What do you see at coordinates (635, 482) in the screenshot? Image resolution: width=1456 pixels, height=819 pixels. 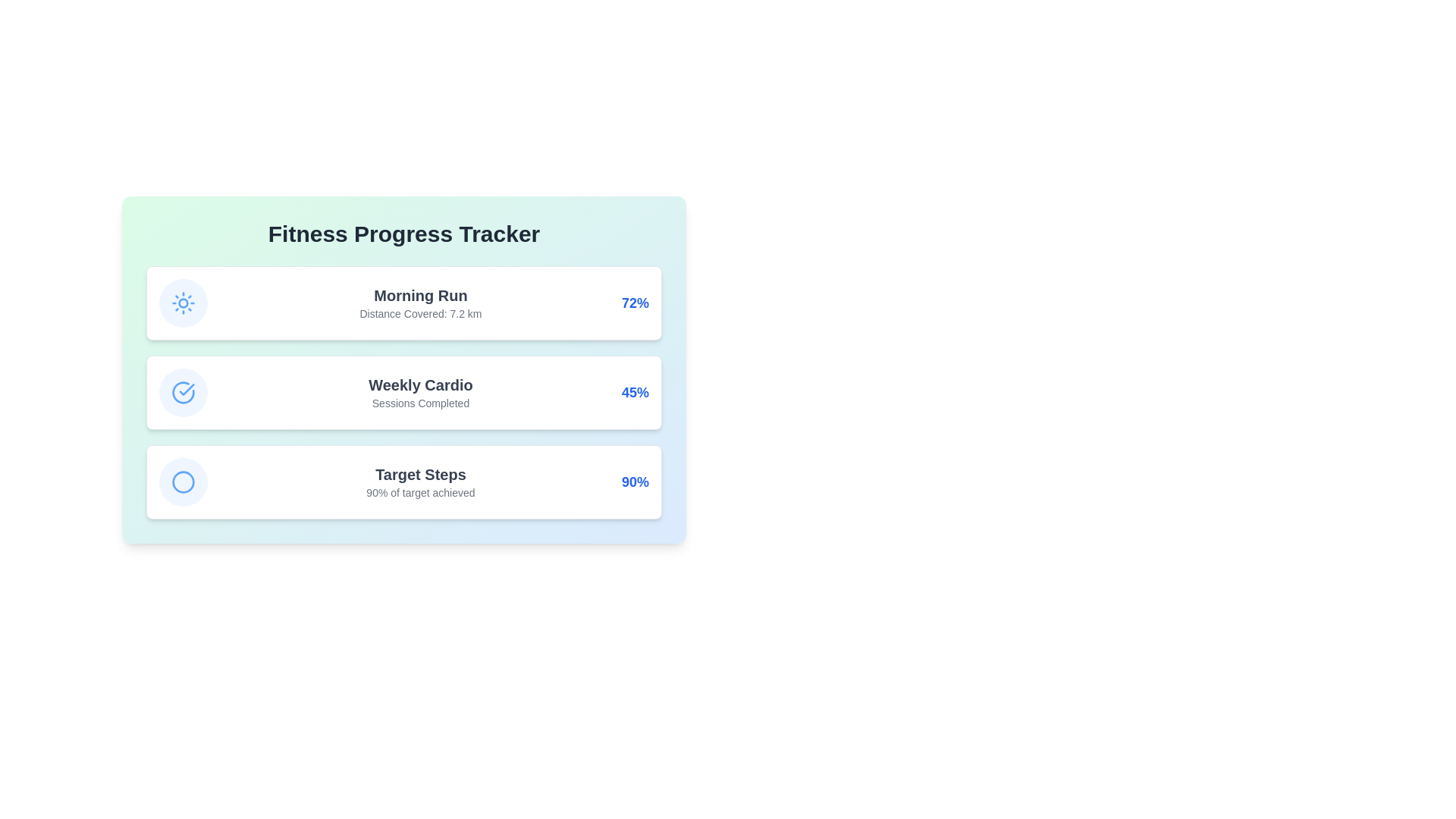 I see `the bold text label displaying '90%' in blue color, located on the far right of the 'Target Steps' card in the 'Fitness Progress Tracker' interface` at bounding box center [635, 482].